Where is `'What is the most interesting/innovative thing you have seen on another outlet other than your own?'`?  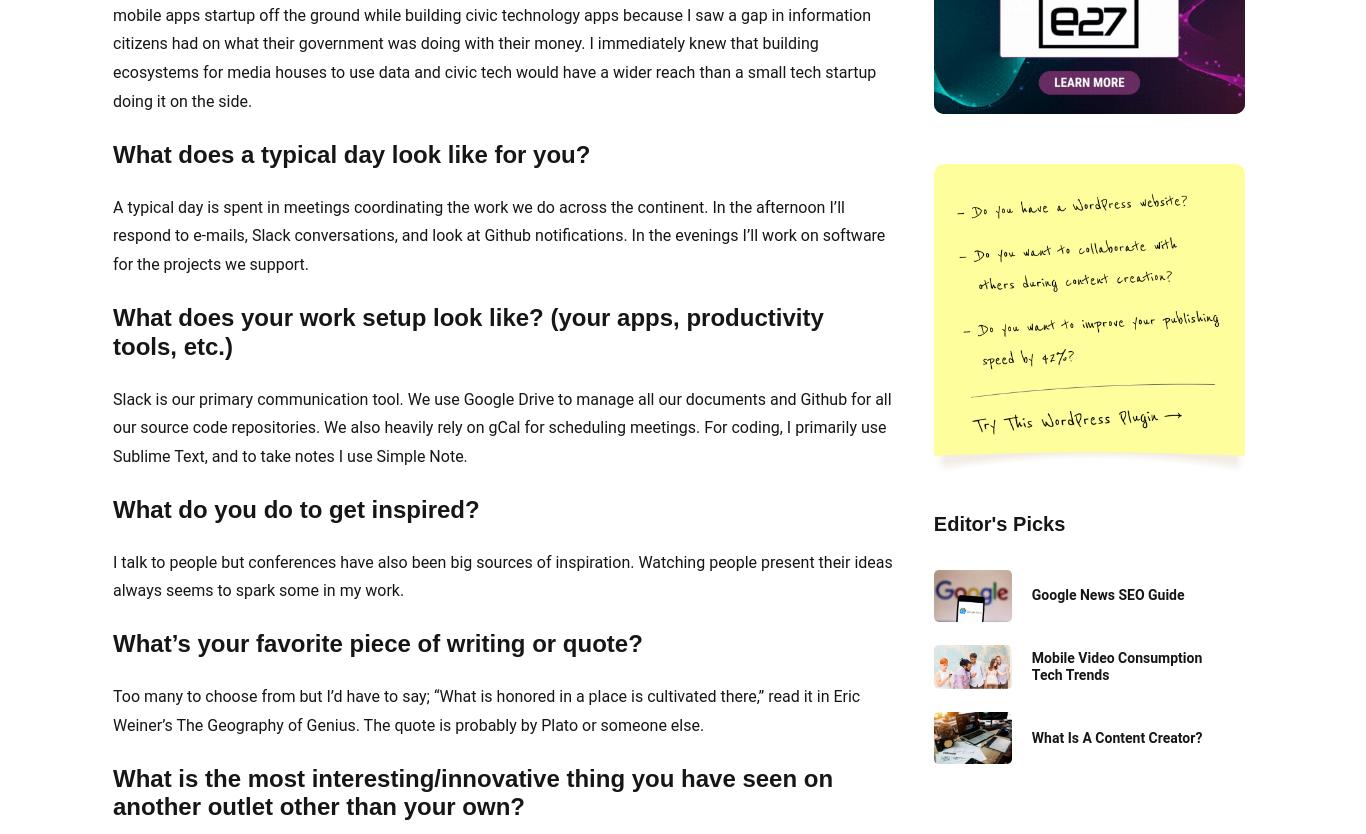 'What is the most interesting/innovative thing you have seen on another outlet other than your own?' is located at coordinates (473, 790).